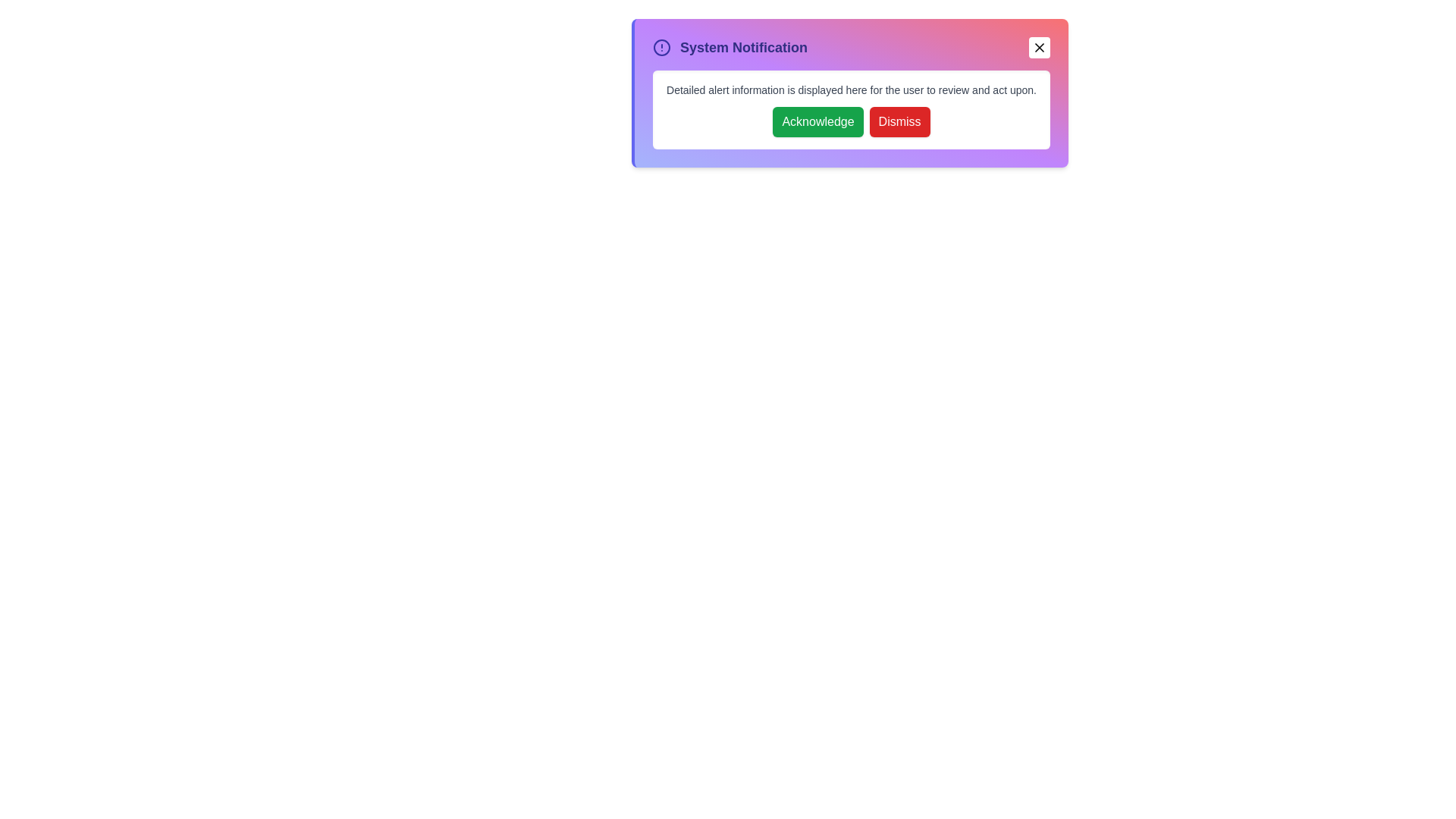 The height and width of the screenshot is (819, 1456). Describe the element at coordinates (1039, 46) in the screenshot. I see `the close button to collapse the alert` at that location.